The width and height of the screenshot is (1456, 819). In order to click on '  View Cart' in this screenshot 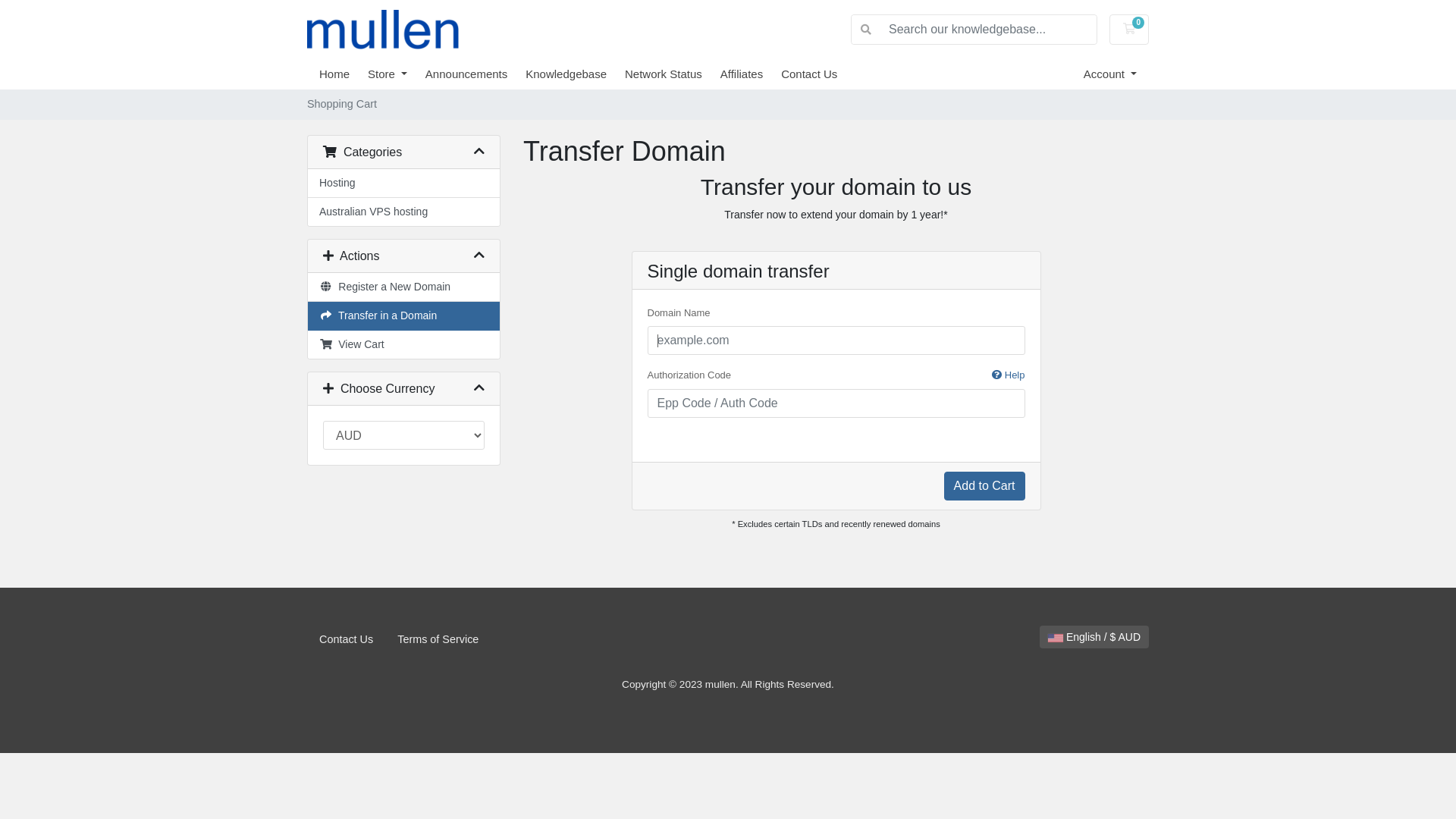, I will do `click(403, 344)`.